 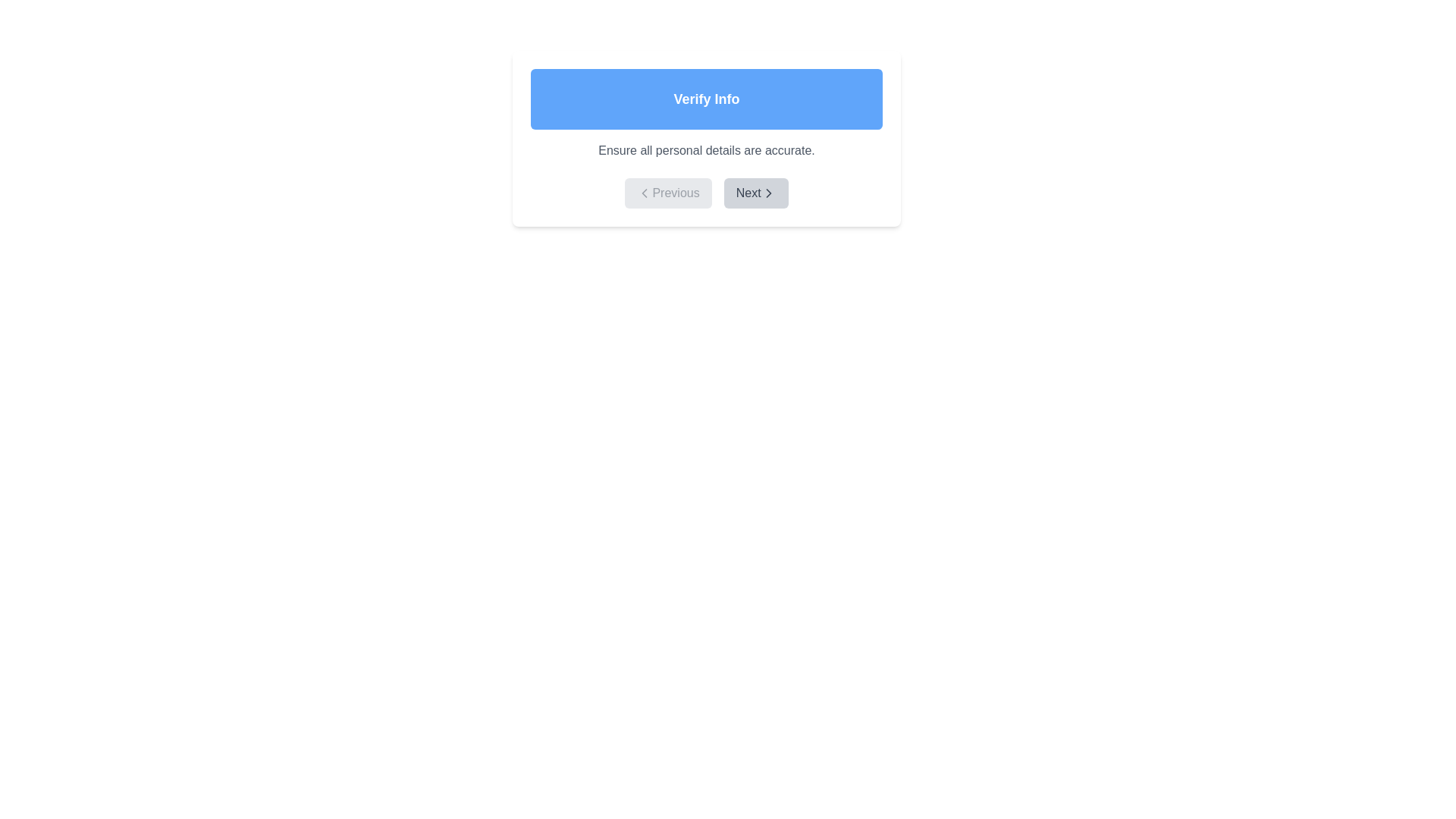 I want to click on text content of the 'Verify Info' label, which is displayed in bold font within a light blue rounded rectangle, located near the top-center of the interface, so click(x=705, y=99).